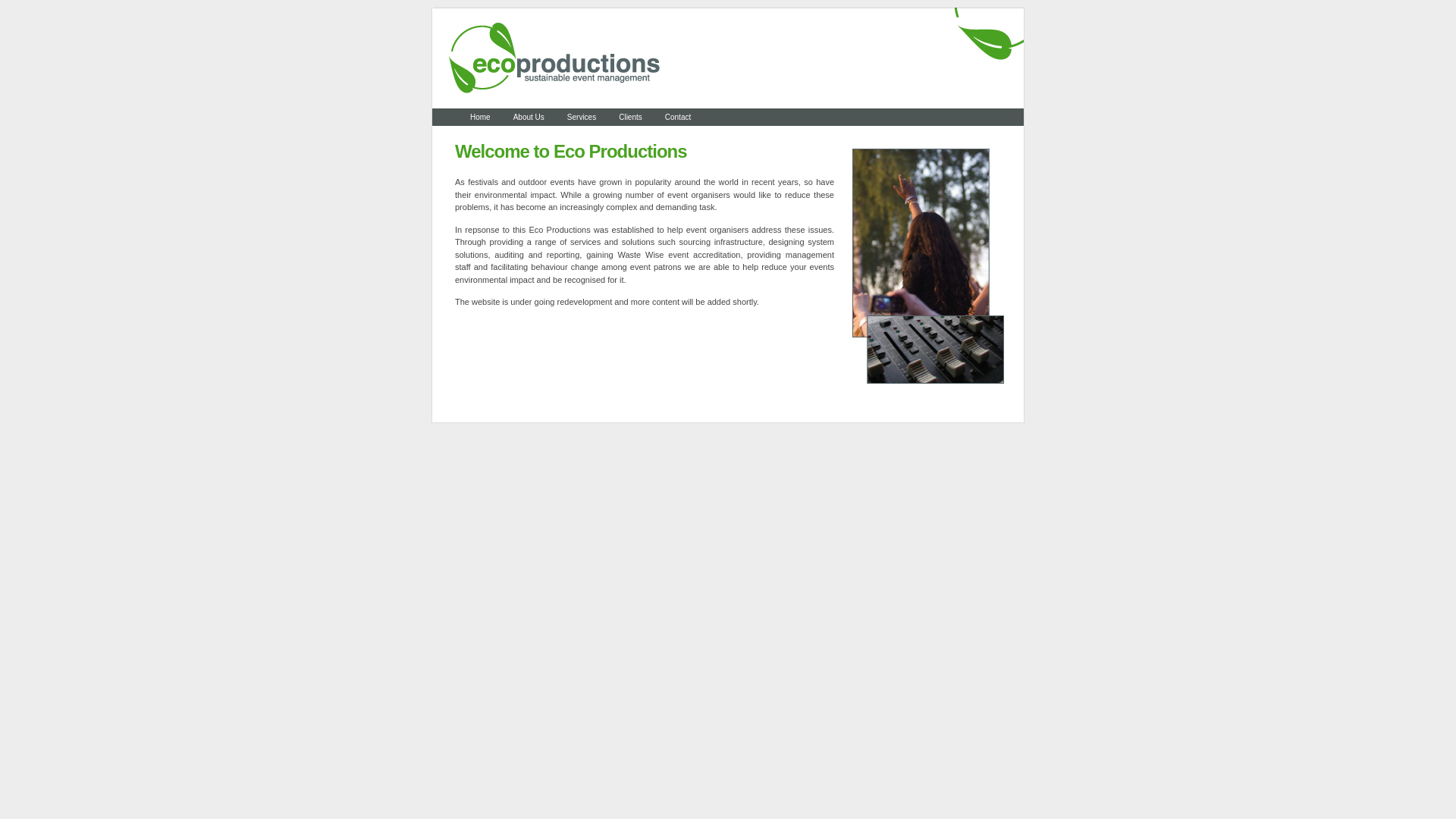 This screenshot has width=1456, height=819. Describe the element at coordinates (479, 116) in the screenshot. I see `'Home'` at that location.